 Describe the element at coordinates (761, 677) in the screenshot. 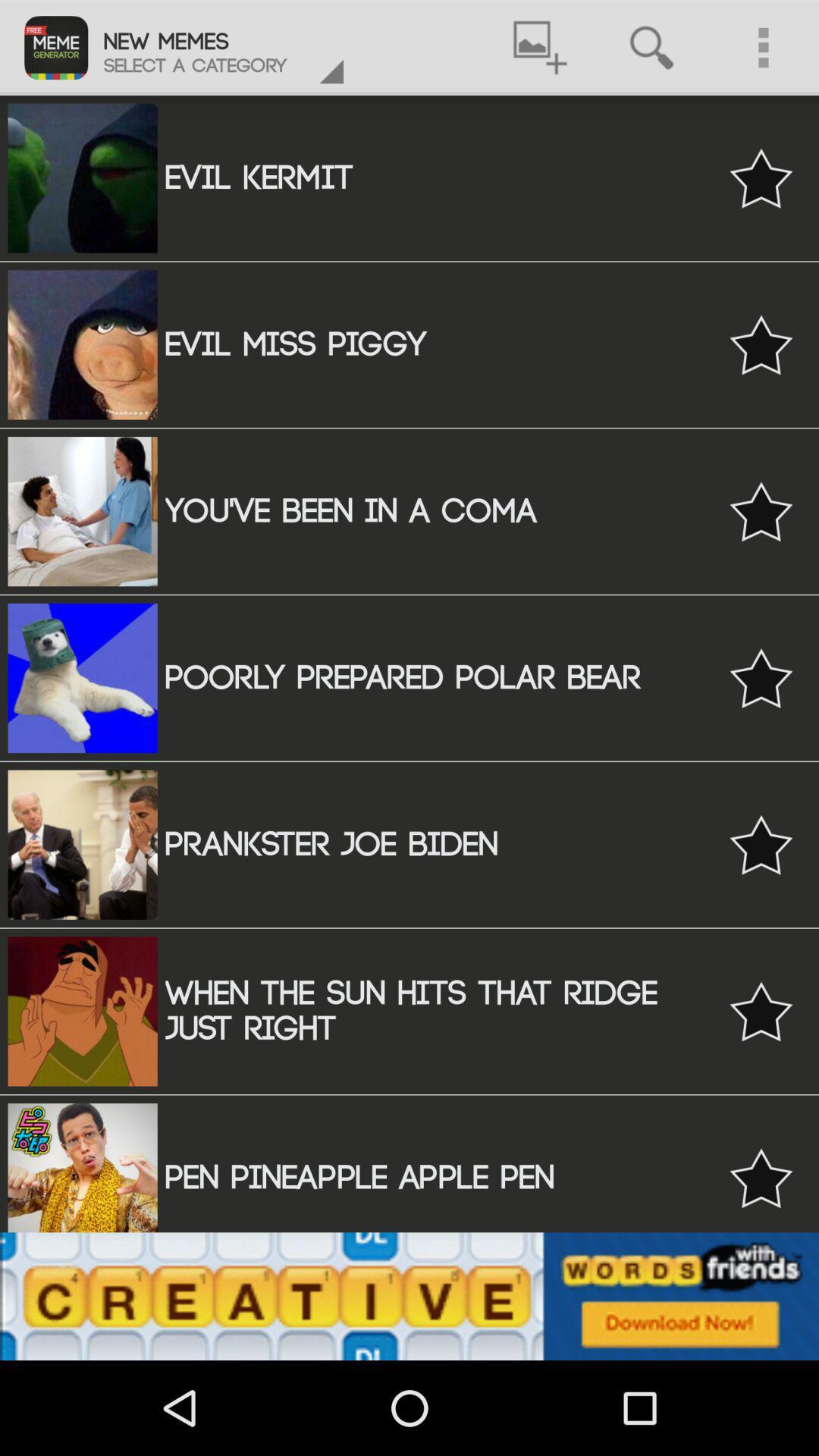

I see `touch` at that location.